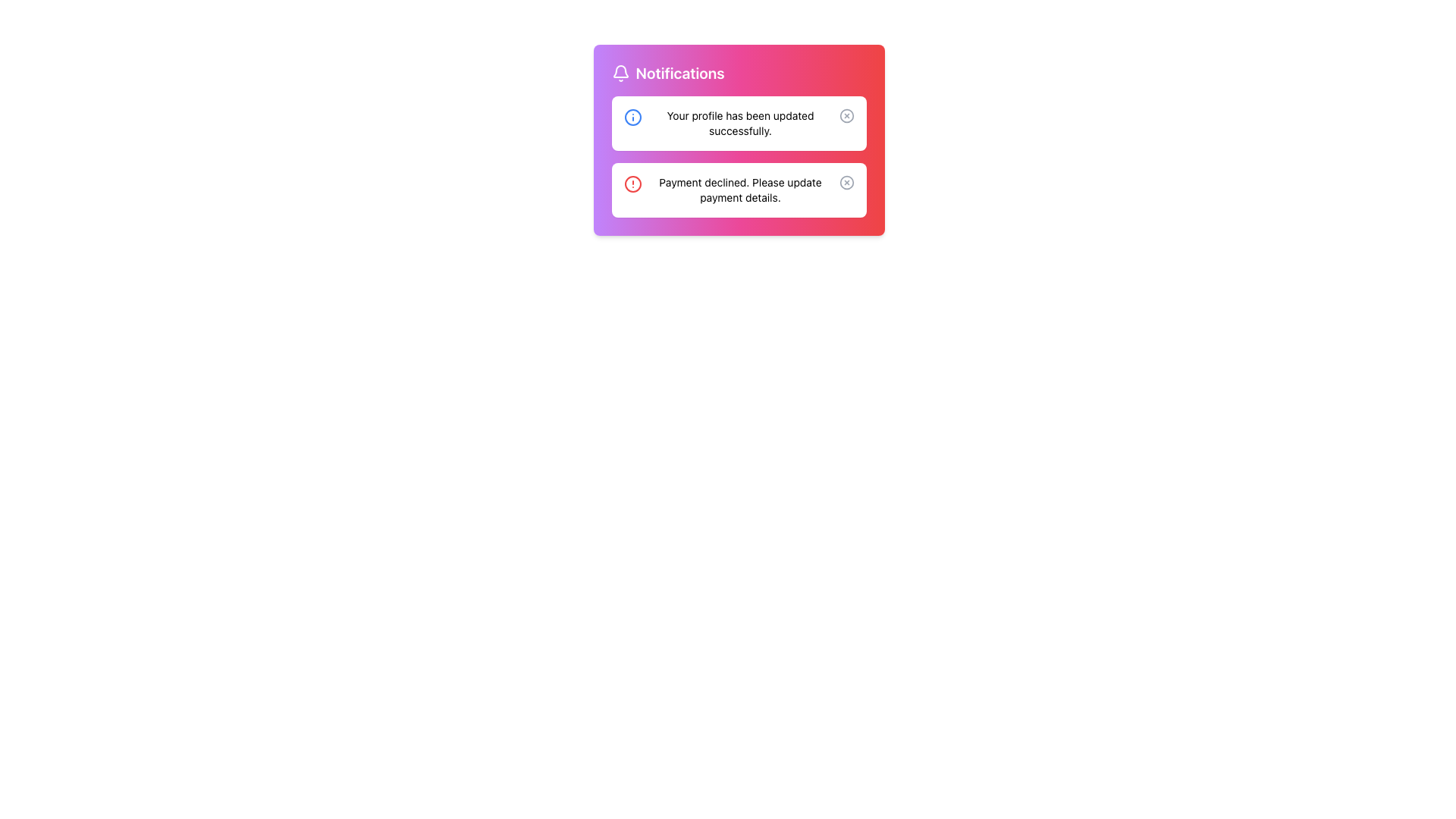  I want to click on the bell icon with a magenta-pink background, which is located to the left of the 'Notifications' text in the header section, so click(620, 73).